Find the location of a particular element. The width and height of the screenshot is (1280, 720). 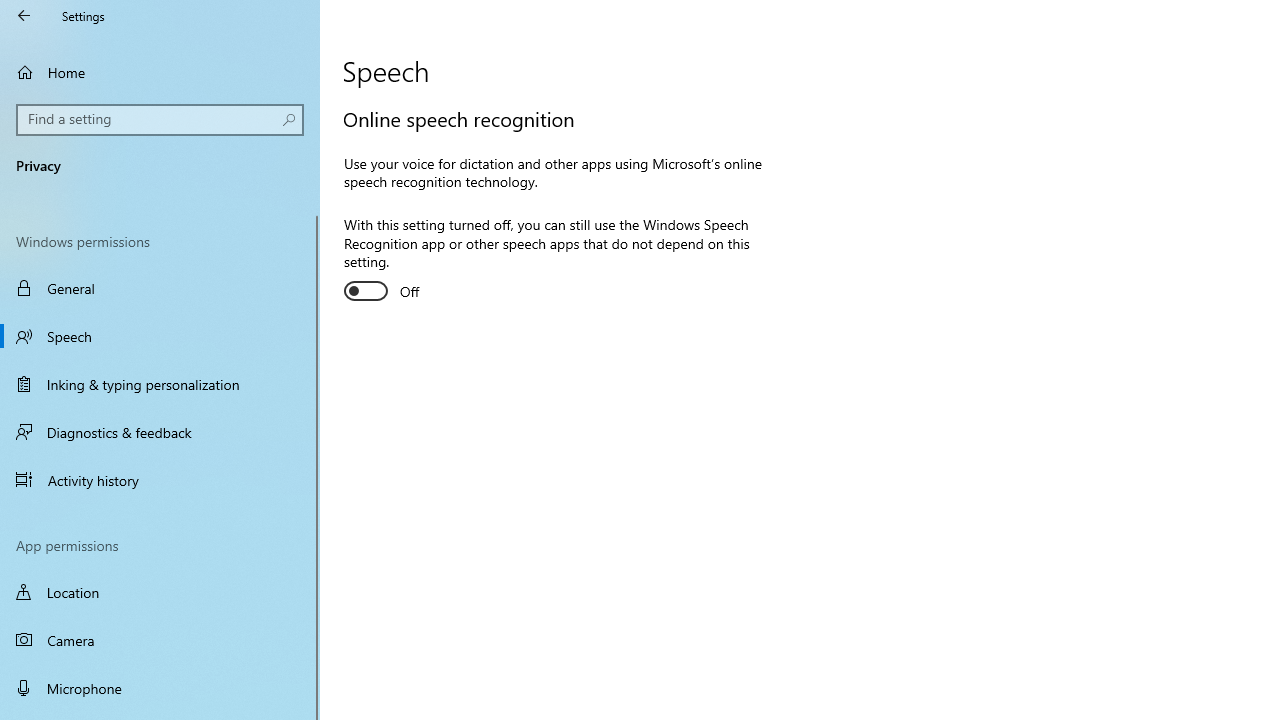

'Inking & typing personalization' is located at coordinates (160, 384).